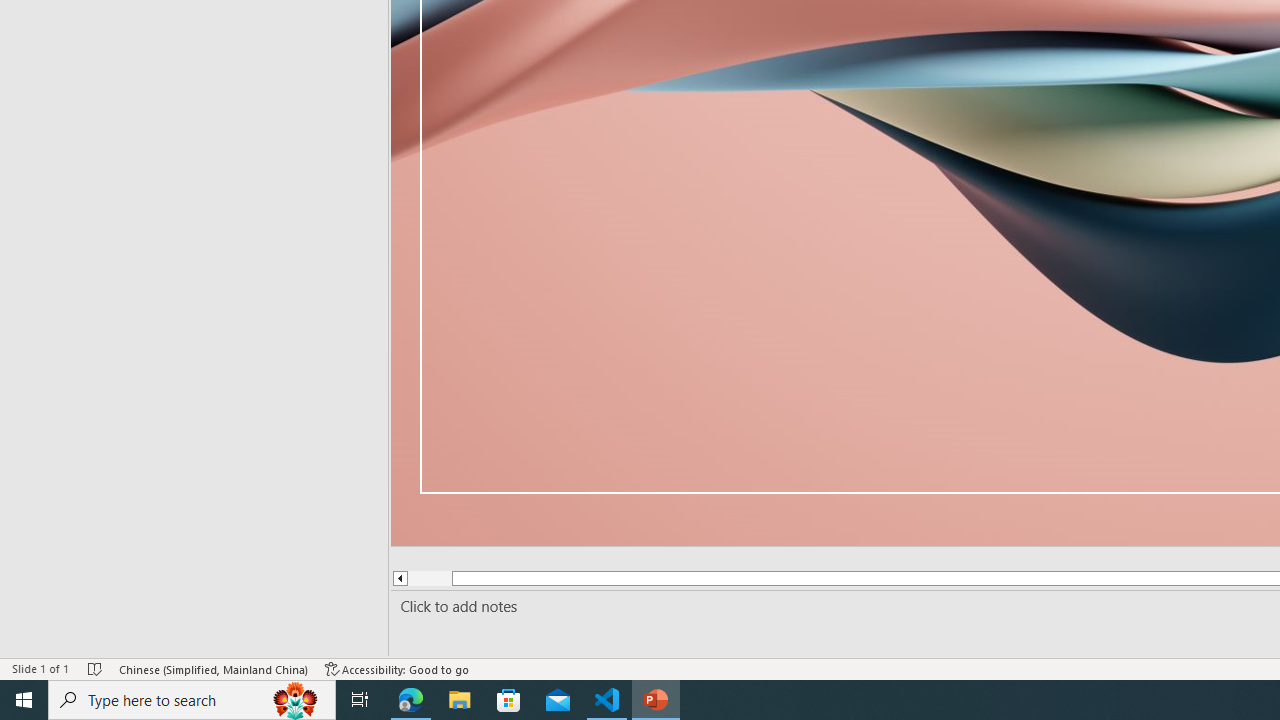 The image size is (1280, 720). I want to click on 'Accessibility Checker Accessibility: Good to go', so click(397, 669).